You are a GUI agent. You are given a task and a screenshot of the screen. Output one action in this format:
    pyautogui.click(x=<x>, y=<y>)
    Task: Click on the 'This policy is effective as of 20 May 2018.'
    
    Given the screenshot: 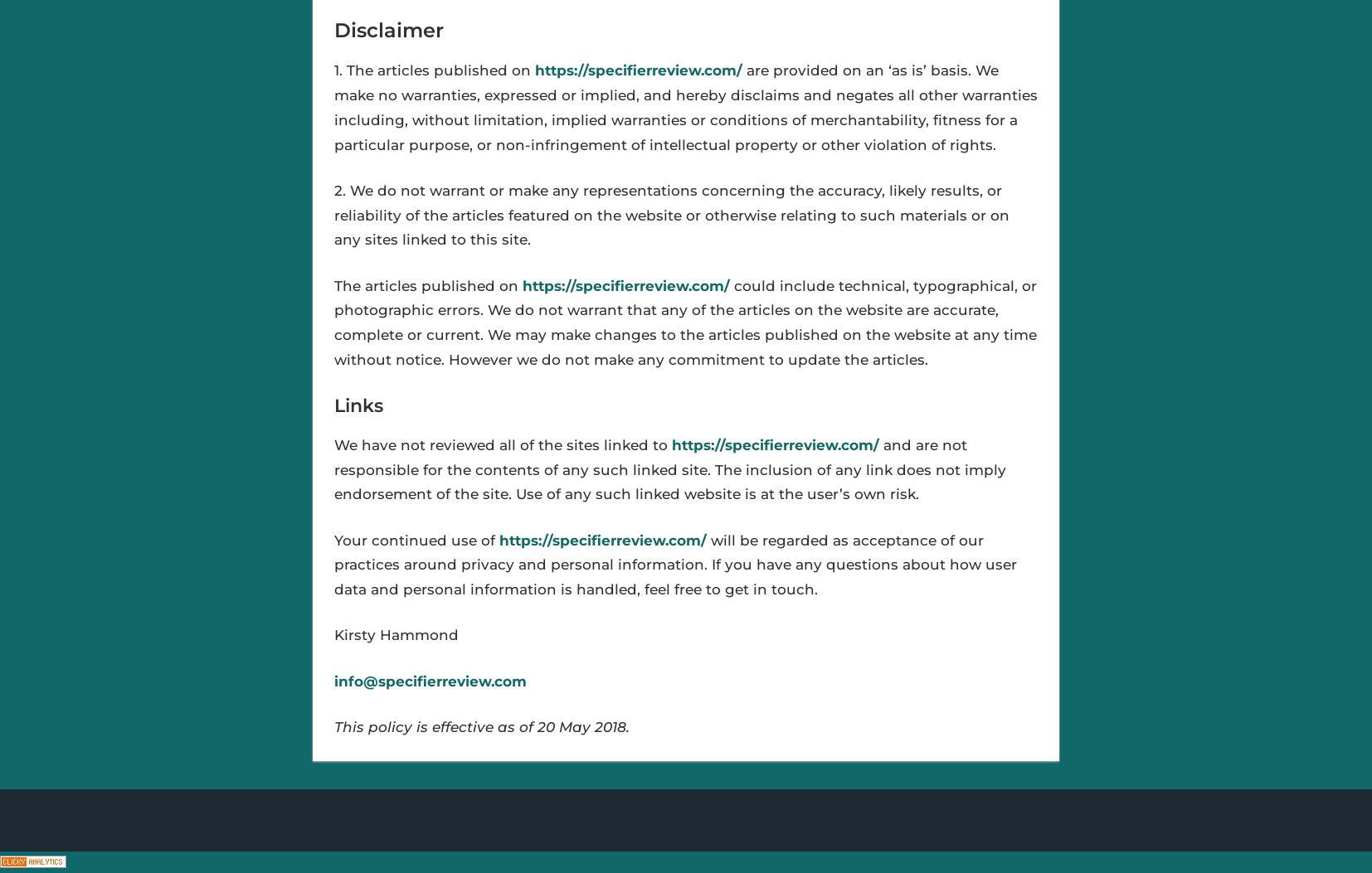 What is the action you would take?
    pyautogui.click(x=481, y=725)
    